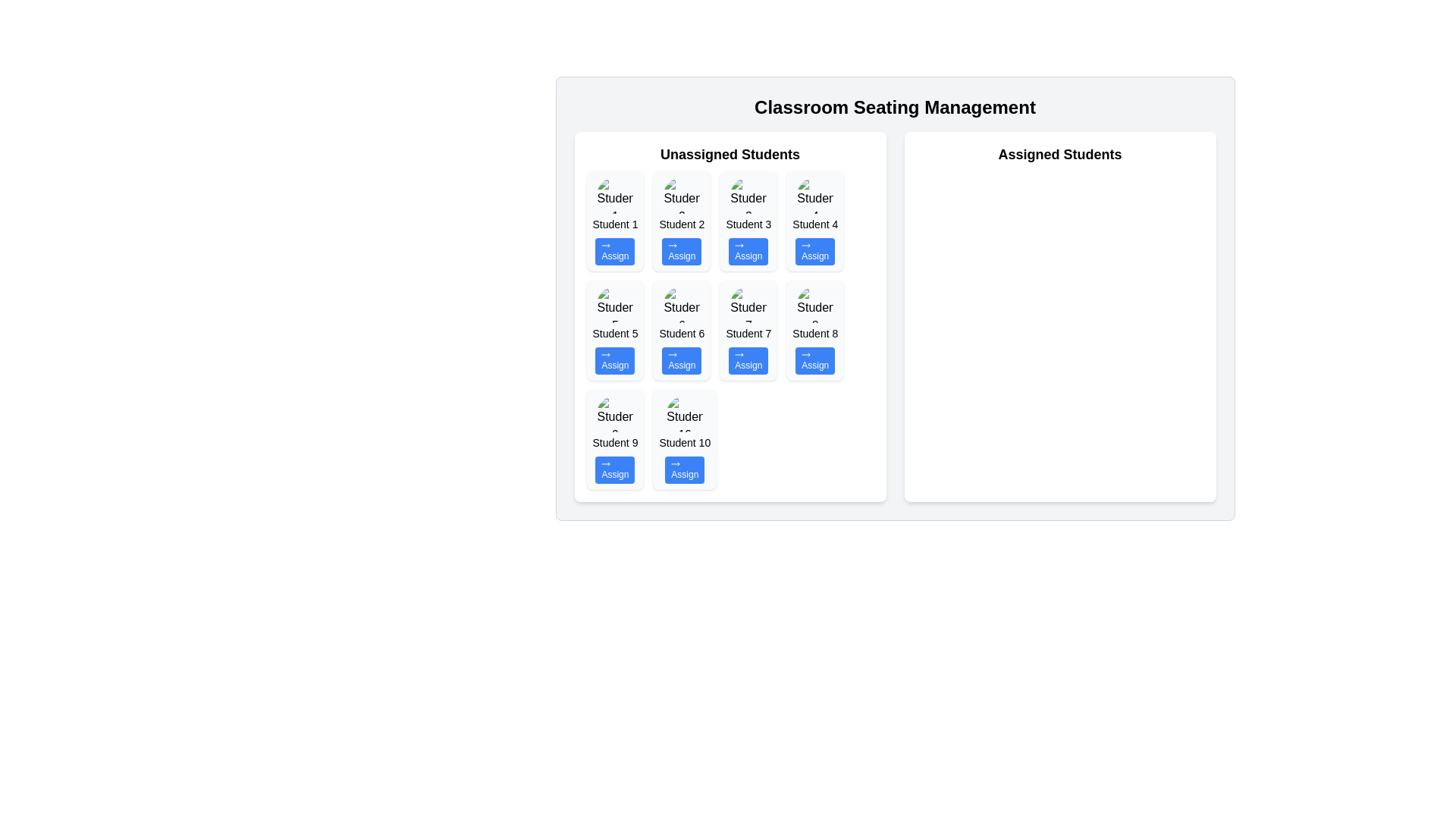 This screenshot has width=1456, height=819. What do you see at coordinates (805, 245) in the screenshot?
I see `the small right-facing arrow icon with a blue background and white stroke, which is located next to the 'Assign' label in the fourth grid item of the 'Unassigned Students' section` at bounding box center [805, 245].